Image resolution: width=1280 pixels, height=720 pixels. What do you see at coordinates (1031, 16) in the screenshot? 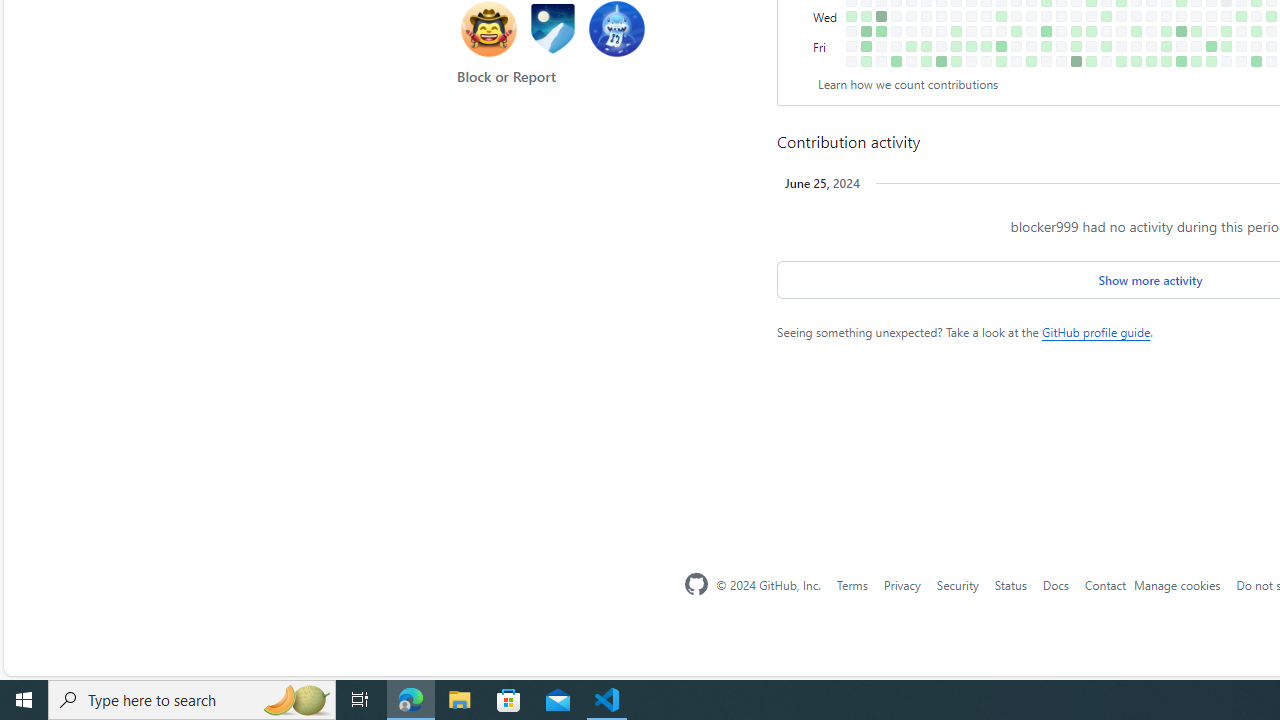
I see `'No contributions on March 27th.'` at bounding box center [1031, 16].